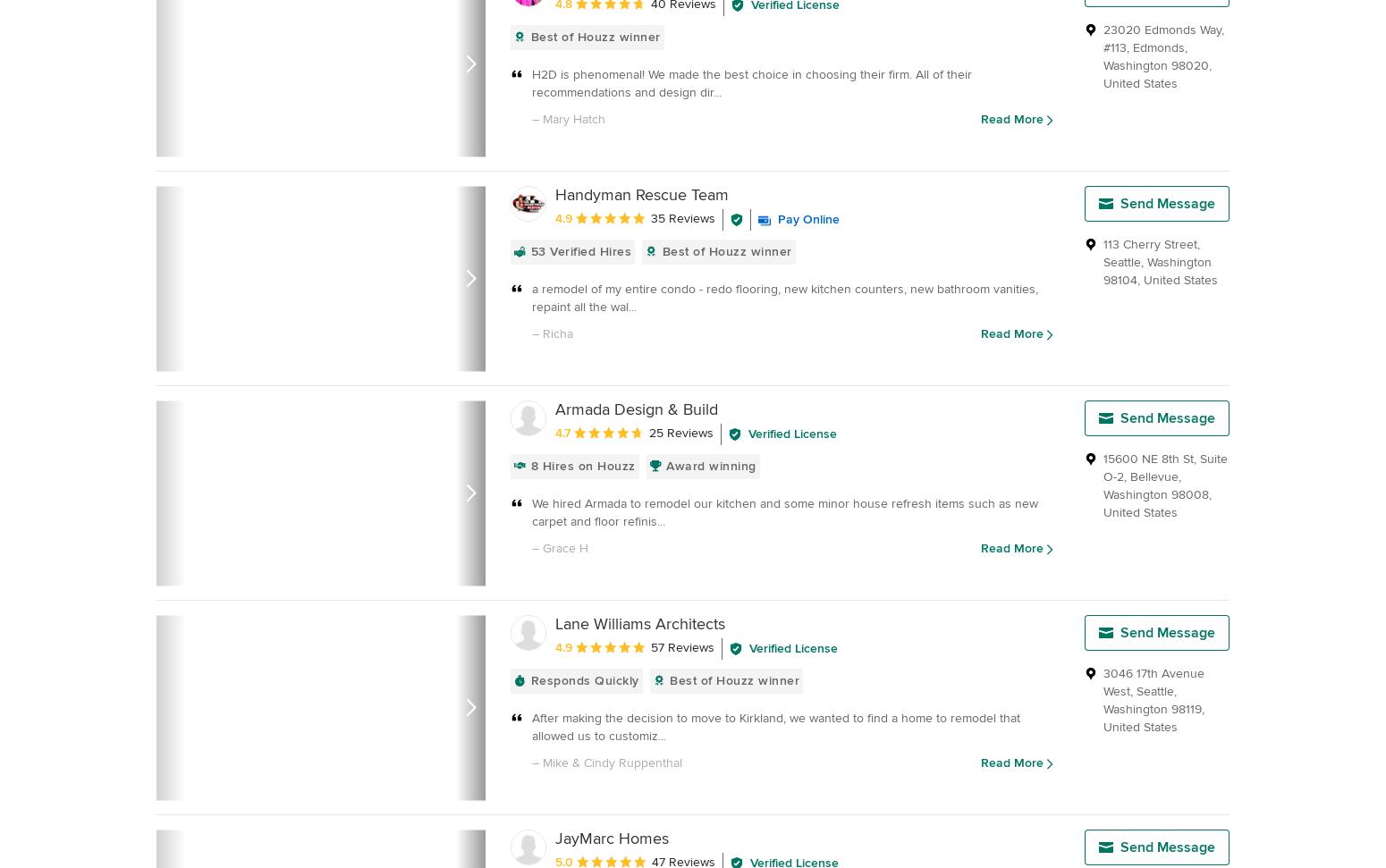  What do you see at coordinates (1189, 494) in the screenshot?
I see `'98008'` at bounding box center [1189, 494].